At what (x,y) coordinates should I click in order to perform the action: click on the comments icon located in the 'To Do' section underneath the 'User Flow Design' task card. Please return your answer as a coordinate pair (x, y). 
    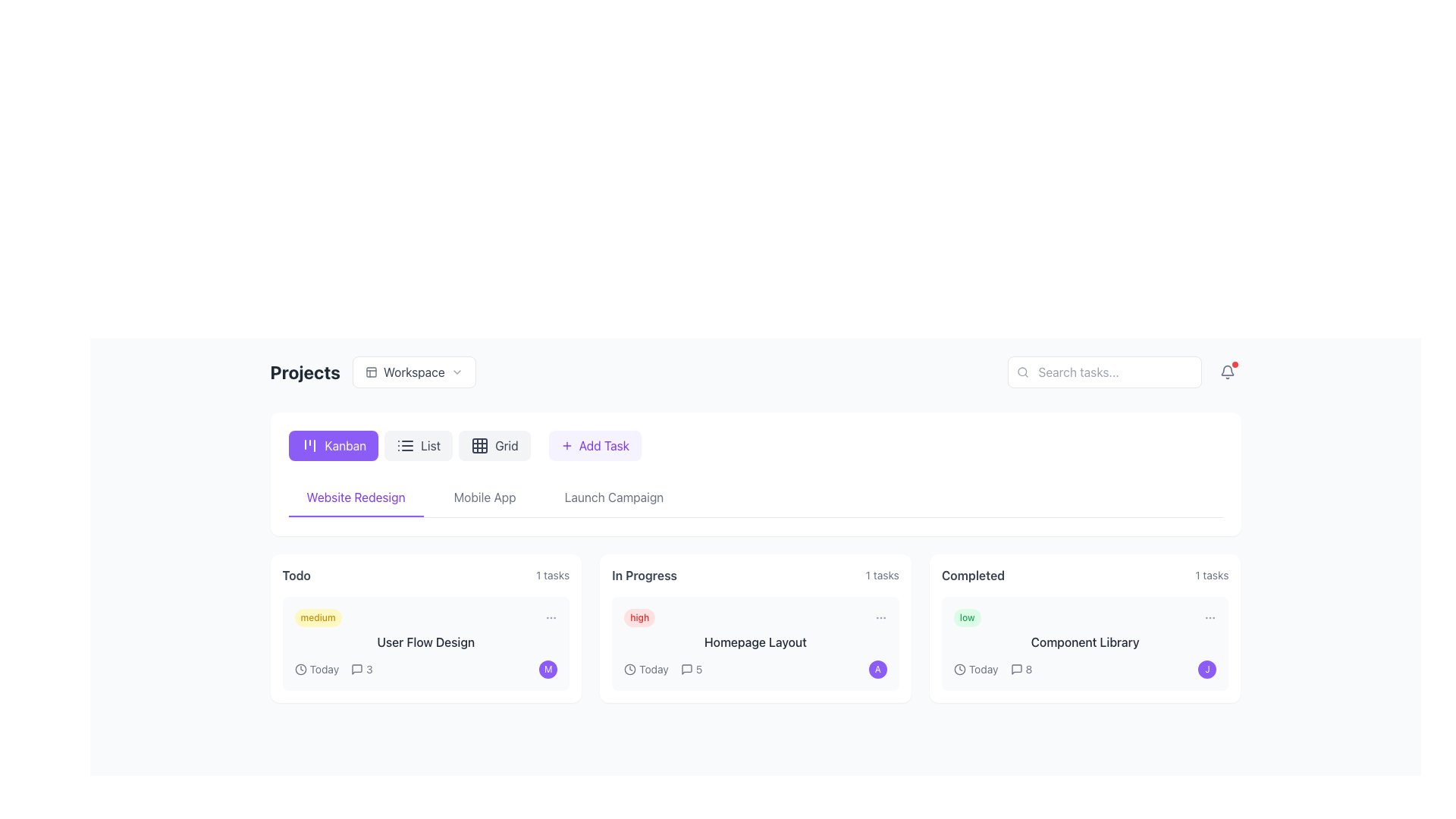
    Looking at the image, I should click on (356, 669).